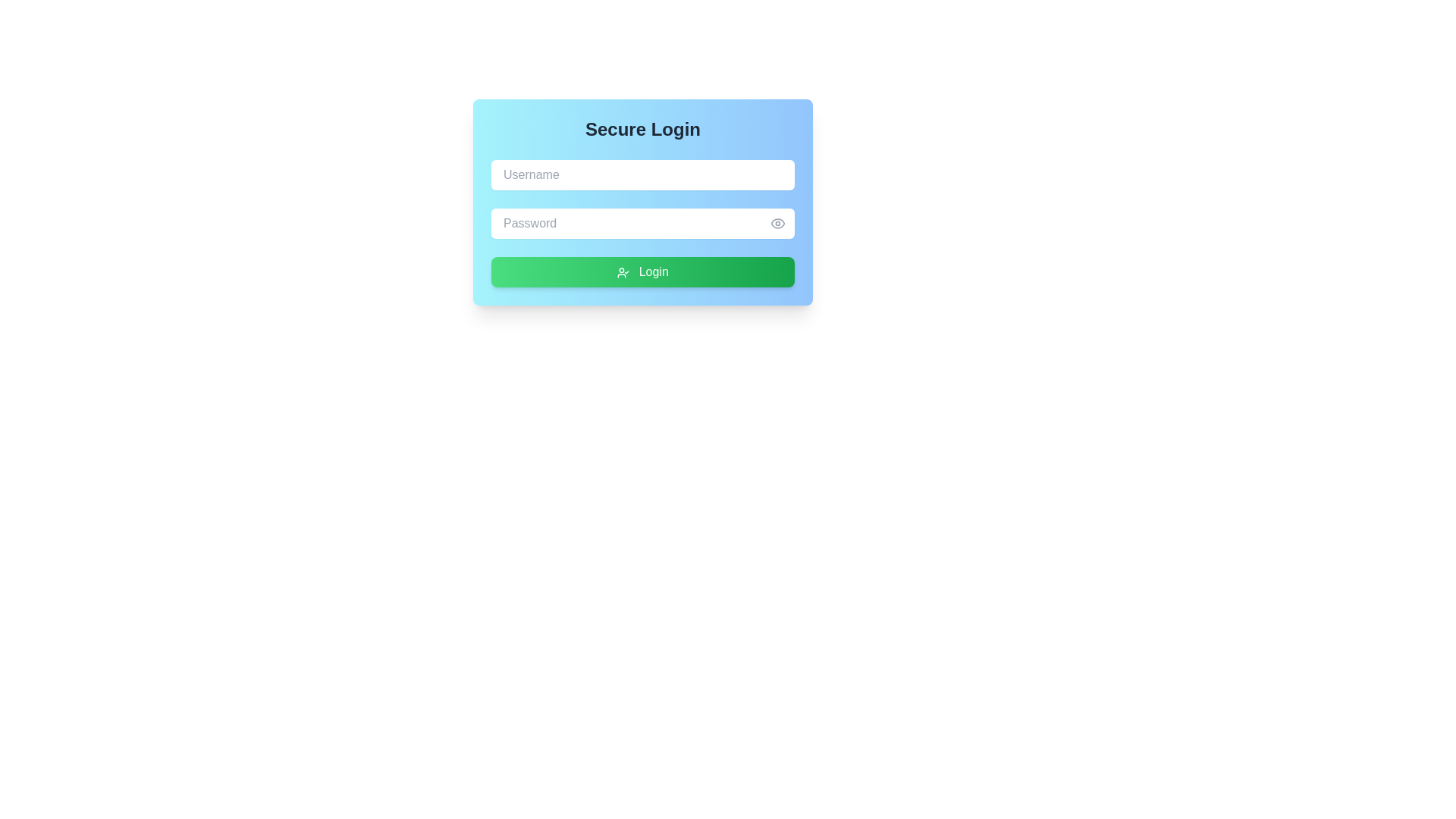 This screenshot has width=1456, height=819. What do you see at coordinates (778, 223) in the screenshot?
I see `the eye icon used to toggle or preview the visibility of the password input` at bounding box center [778, 223].